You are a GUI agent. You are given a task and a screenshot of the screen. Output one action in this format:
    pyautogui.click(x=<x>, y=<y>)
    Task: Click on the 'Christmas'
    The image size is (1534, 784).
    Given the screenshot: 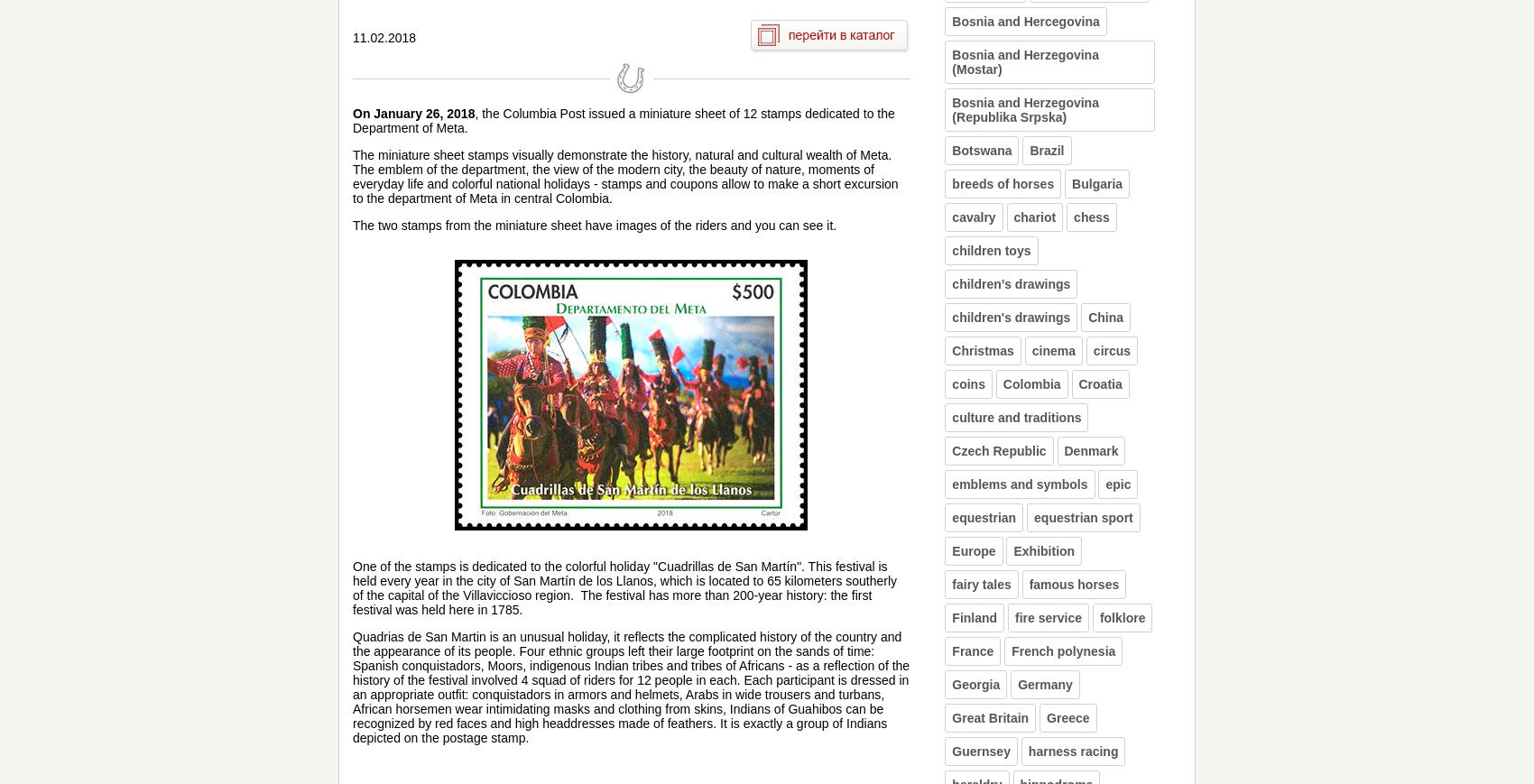 What is the action you would take?
    pyautogui.click(x=983, y=349)
    